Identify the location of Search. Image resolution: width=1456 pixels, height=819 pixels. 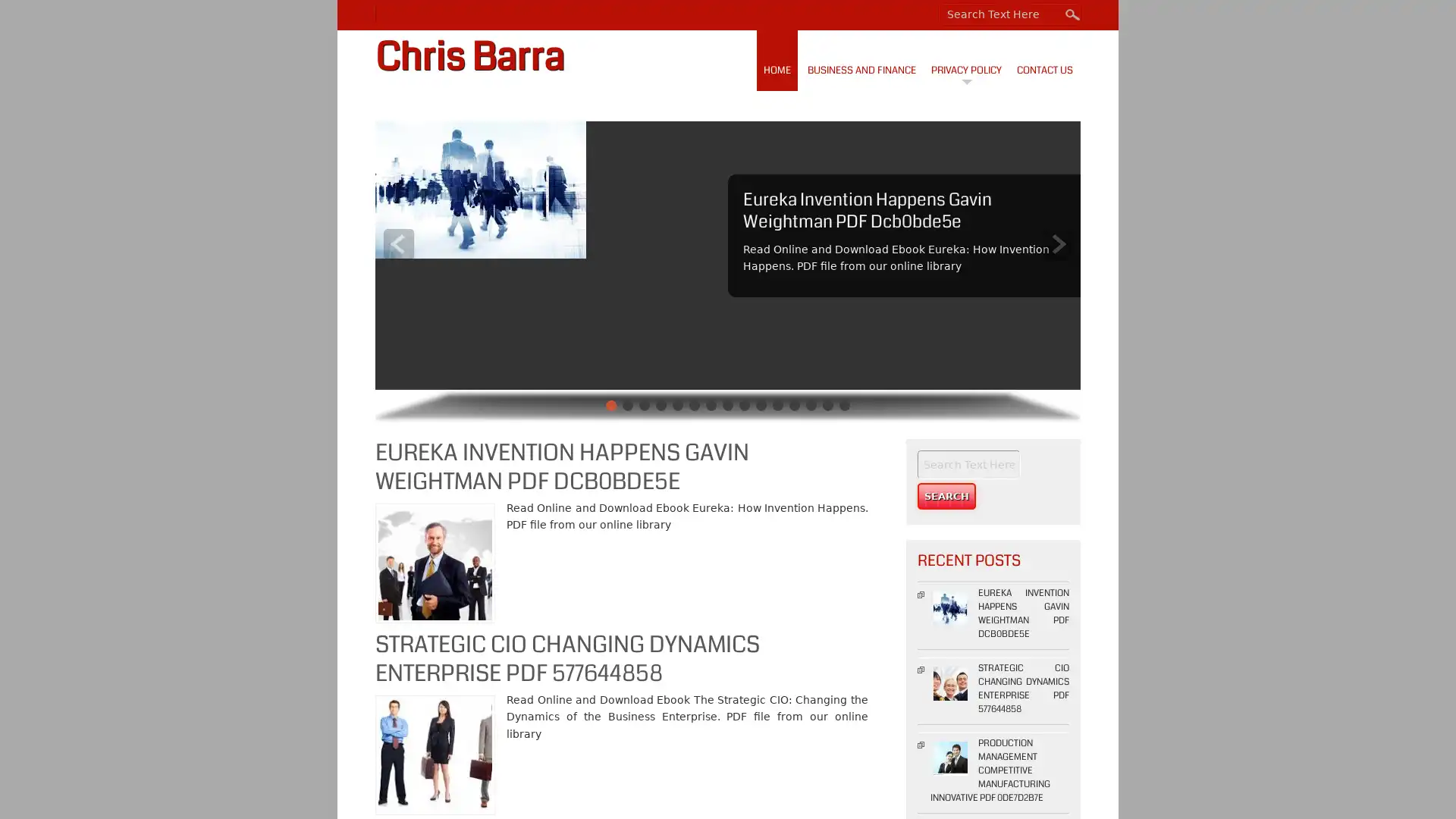
(946, 496).